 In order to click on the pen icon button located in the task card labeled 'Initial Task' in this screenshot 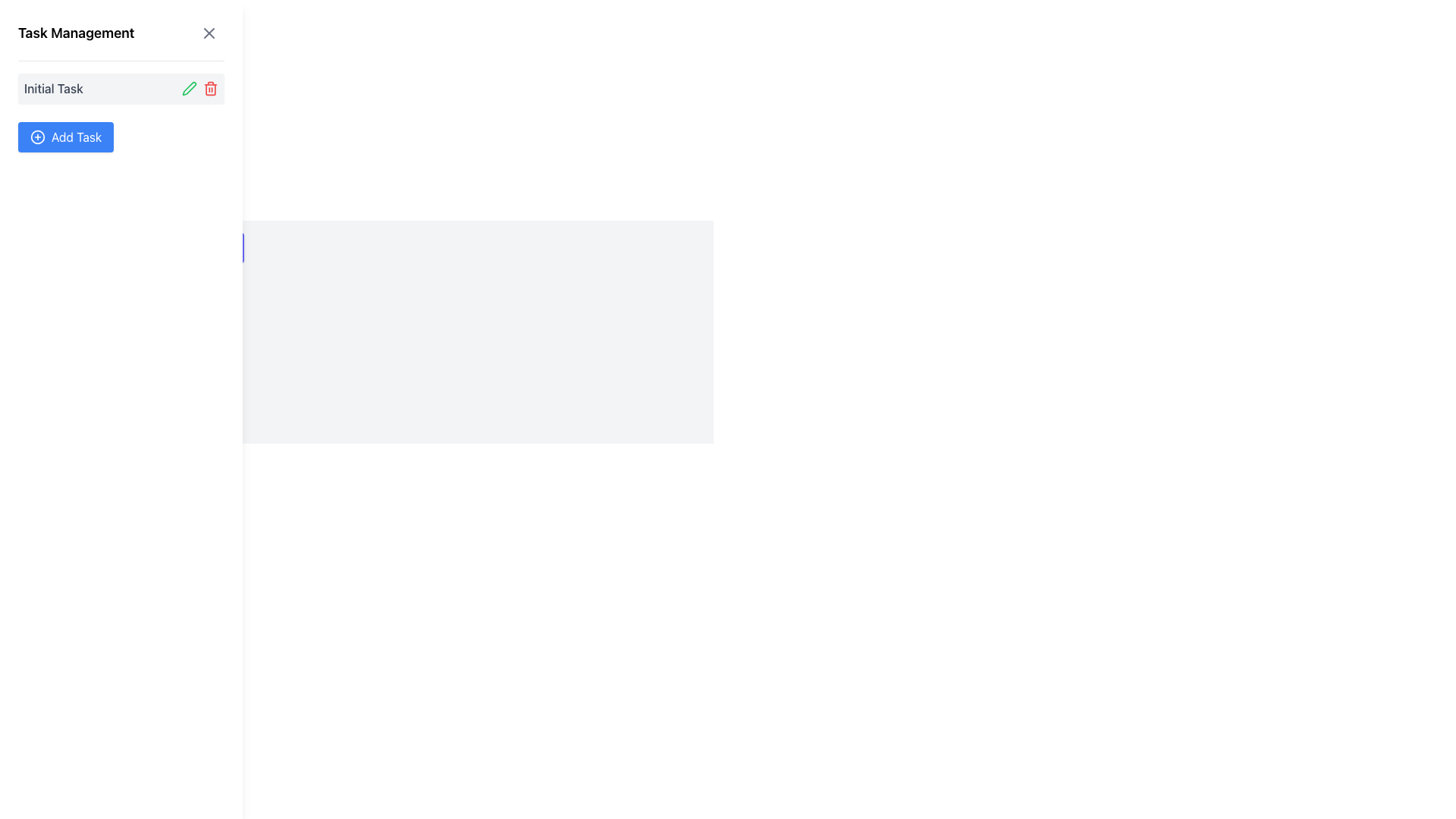, I will do `click(188, 88)`.